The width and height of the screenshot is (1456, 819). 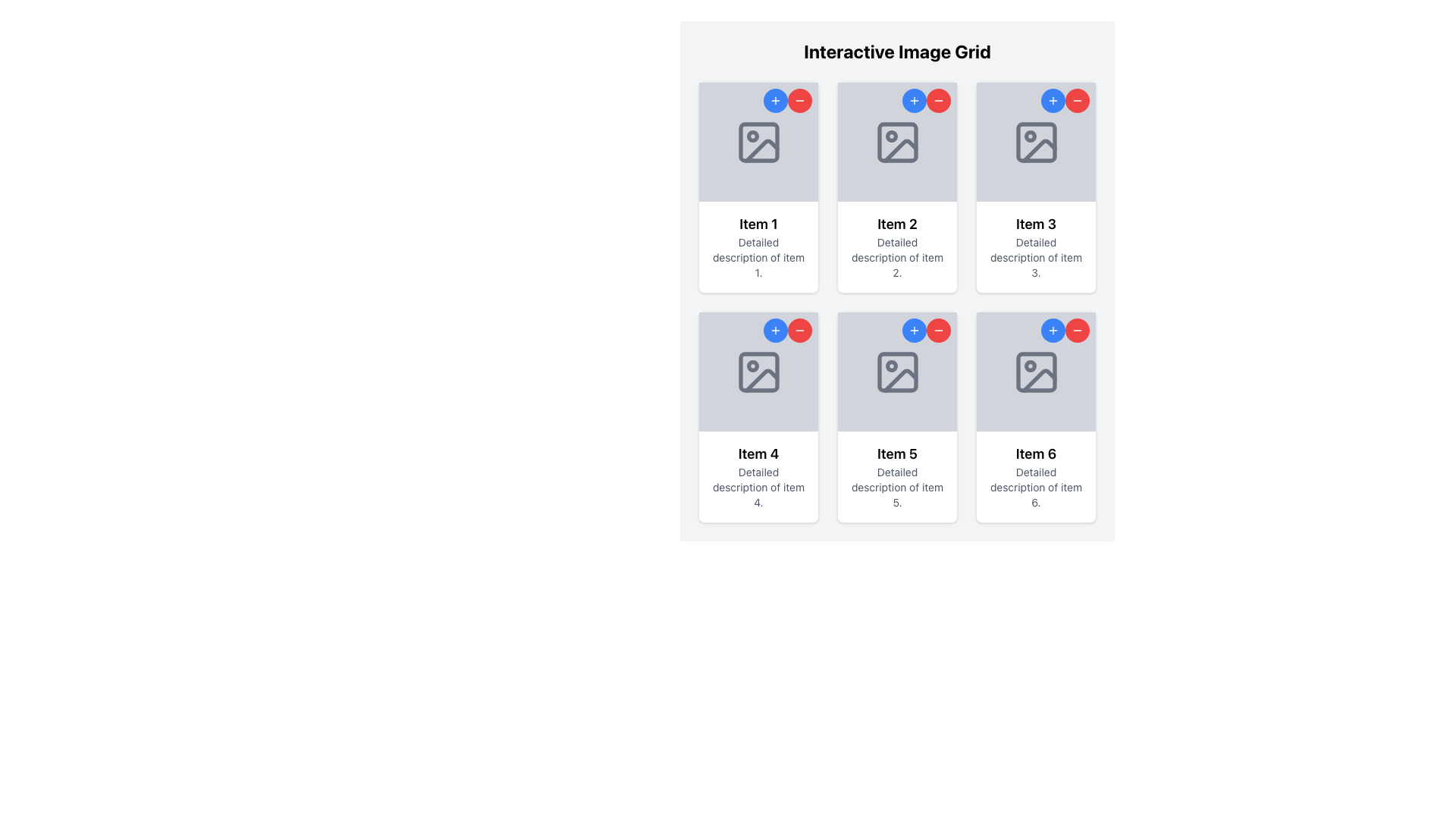 I want to click on the small circular graphic located within the icon for 'Item 2' in the grid, which is positioned centrally within the icon, so click(x=891, y=135).